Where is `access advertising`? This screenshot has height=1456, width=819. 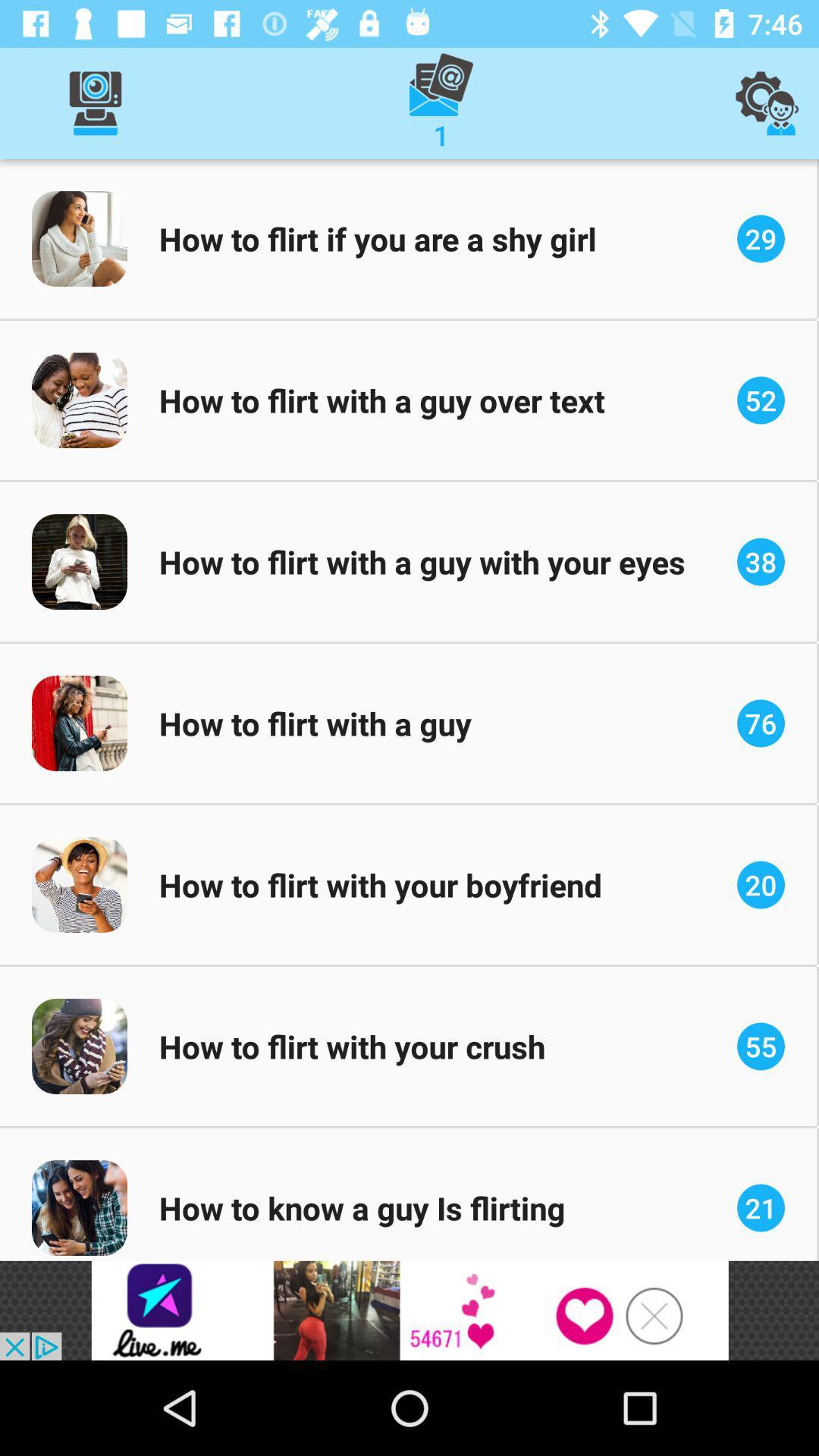 access advertising is located at coordinates (409, 1310).